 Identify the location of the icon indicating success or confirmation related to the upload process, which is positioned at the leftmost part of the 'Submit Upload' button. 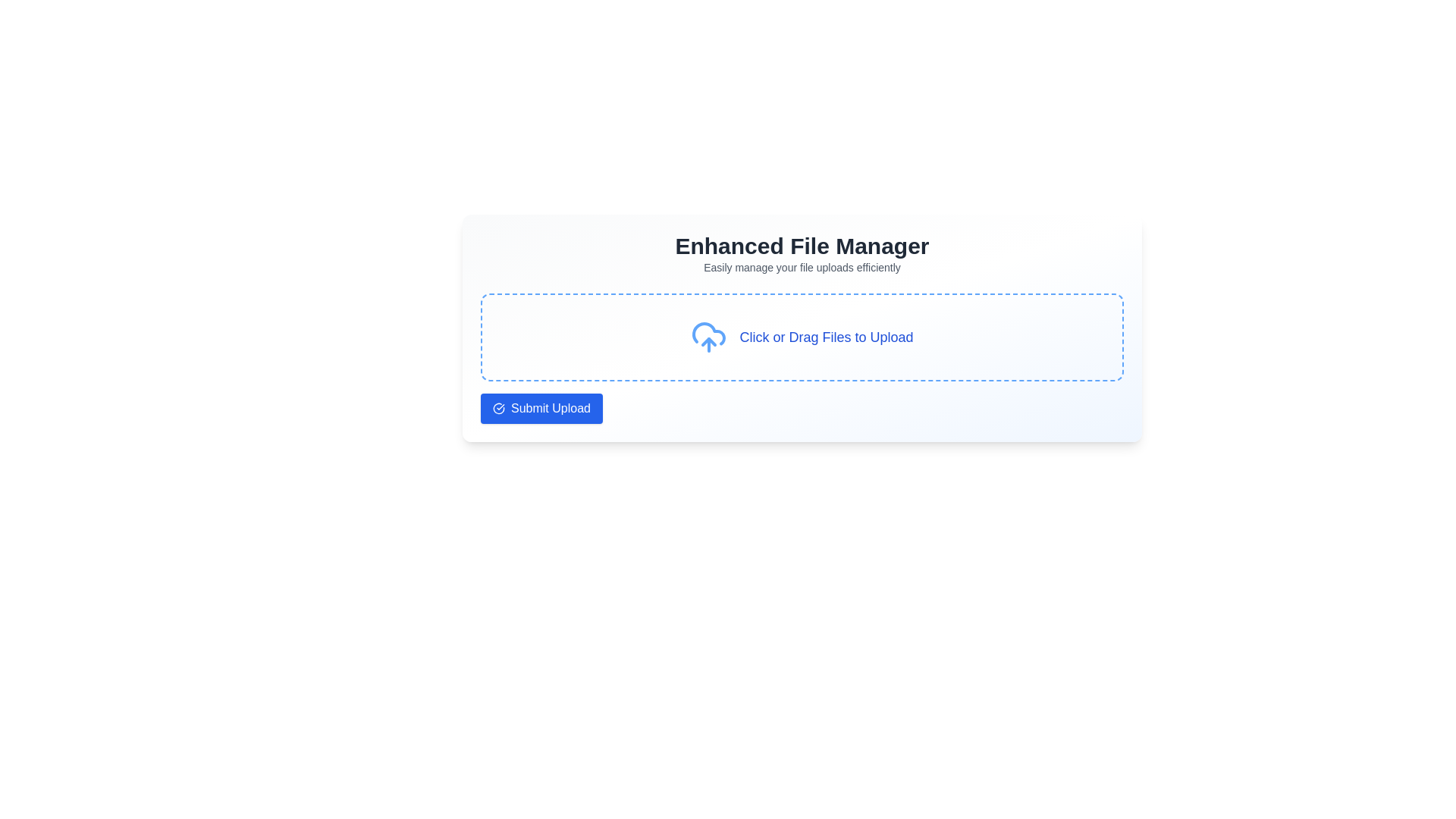
(498, 408).